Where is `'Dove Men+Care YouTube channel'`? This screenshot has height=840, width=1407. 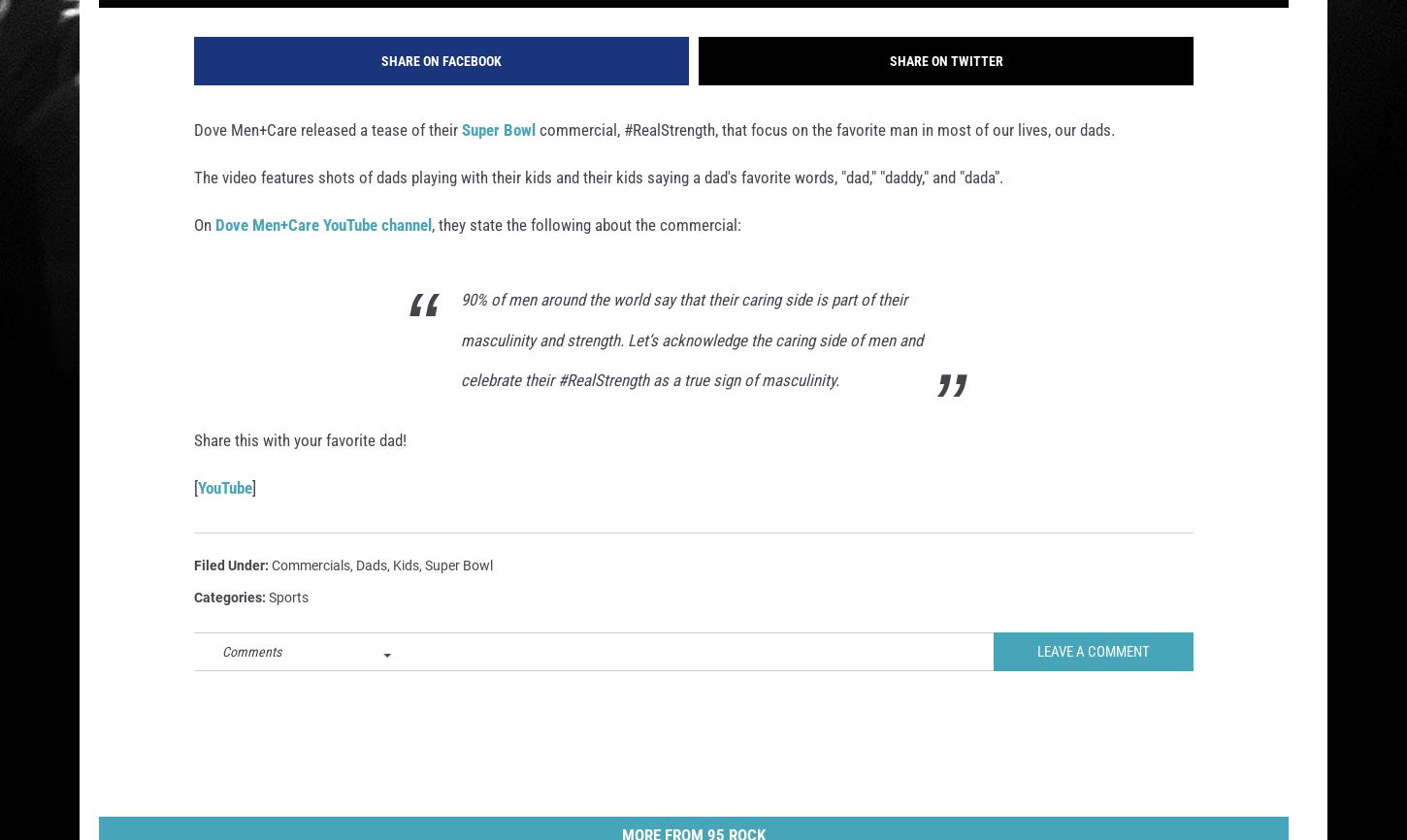
'Dove Men+Care YouTube channel' is located at coordinates (323, 250).